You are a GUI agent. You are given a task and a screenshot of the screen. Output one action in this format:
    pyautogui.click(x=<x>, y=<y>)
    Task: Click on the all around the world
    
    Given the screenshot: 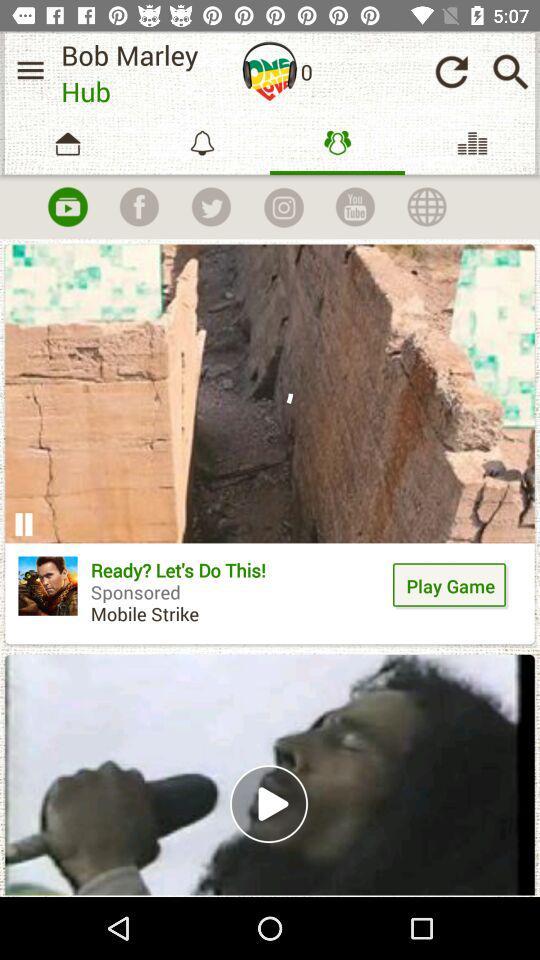 What is the action you would take?
    pyautogui.click(x=426, y=207)
    